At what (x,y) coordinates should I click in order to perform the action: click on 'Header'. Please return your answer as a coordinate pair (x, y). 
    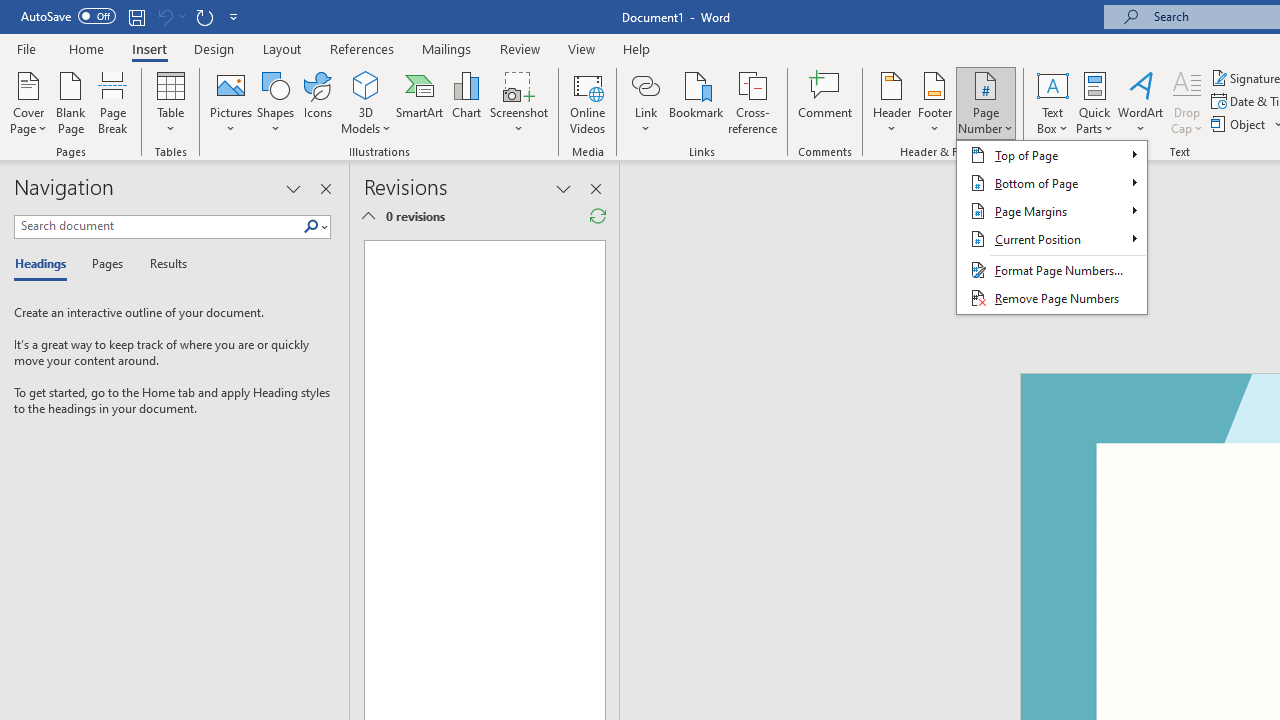
    Looking at the image, I should click on (891, 103).